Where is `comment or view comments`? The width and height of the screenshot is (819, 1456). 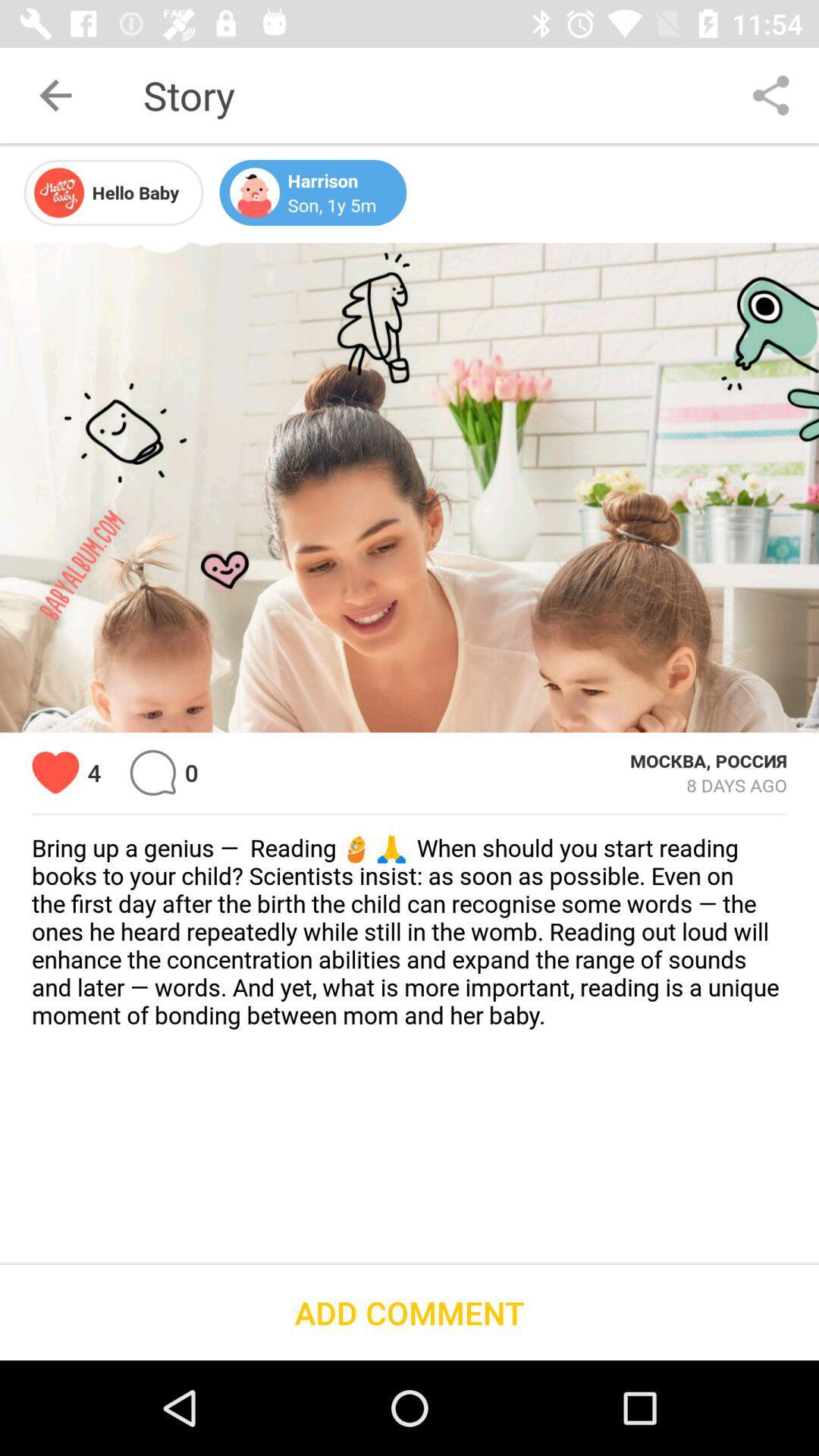
comment or view comments is located at coordinates (152, 773).